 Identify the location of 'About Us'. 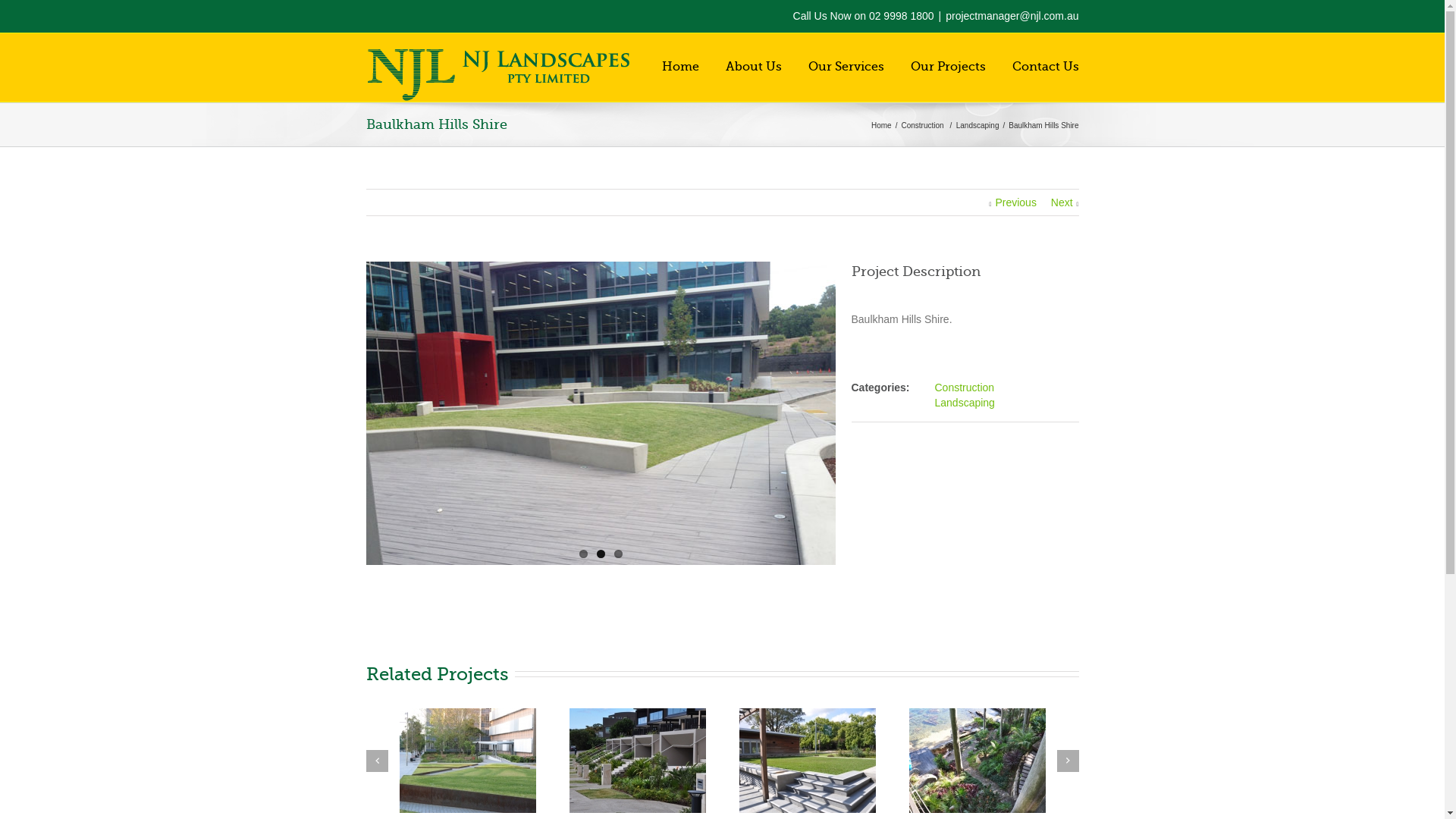
(723, 65).